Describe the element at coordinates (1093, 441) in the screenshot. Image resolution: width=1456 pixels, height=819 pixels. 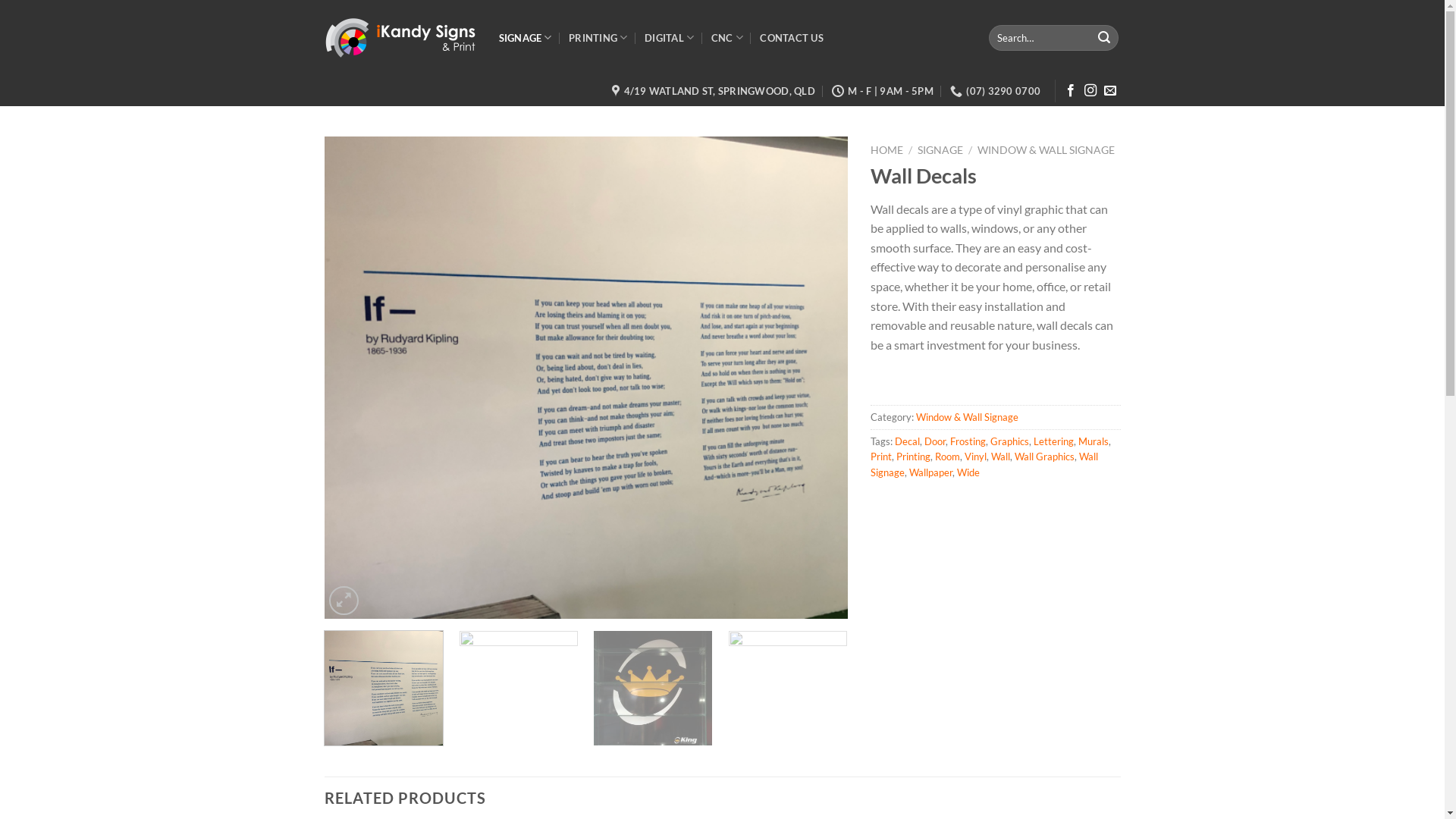
I see `'Murals'` at that location.